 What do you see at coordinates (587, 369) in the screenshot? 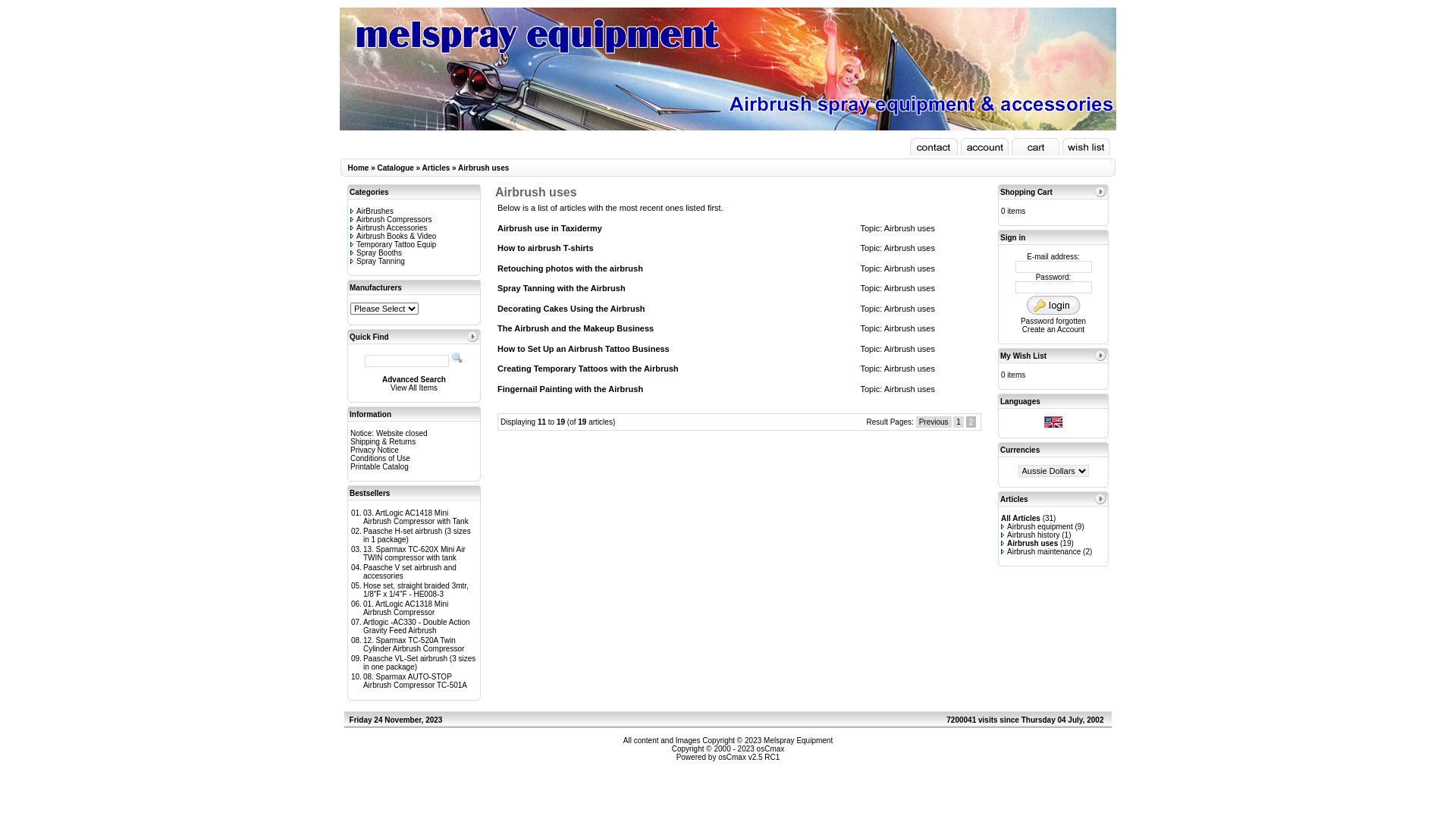
I see `'Creating Temporary Tattoos with the Airbrush'` at bounding box center [587, 369].